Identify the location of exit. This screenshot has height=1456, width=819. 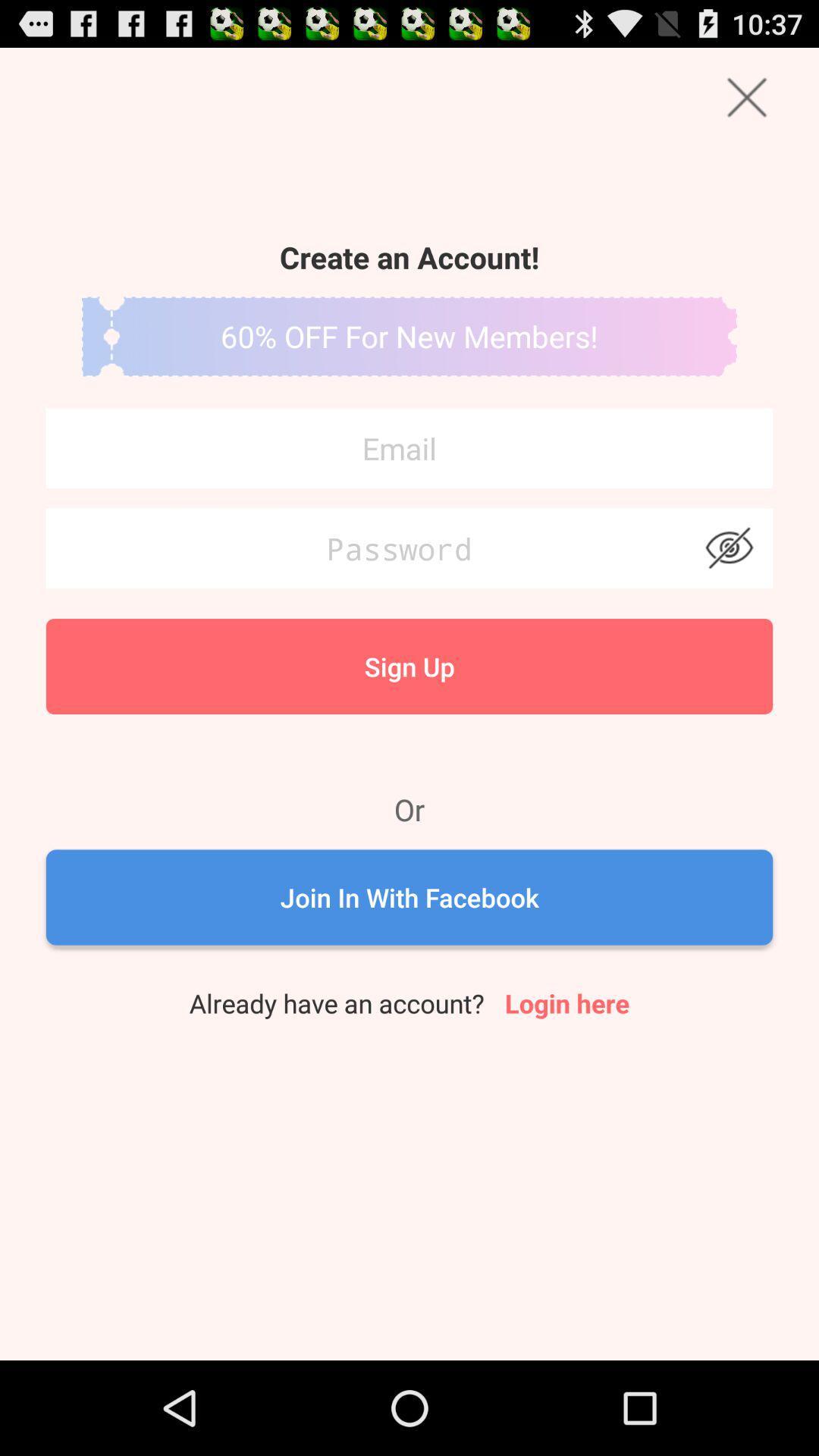
(746, 96).